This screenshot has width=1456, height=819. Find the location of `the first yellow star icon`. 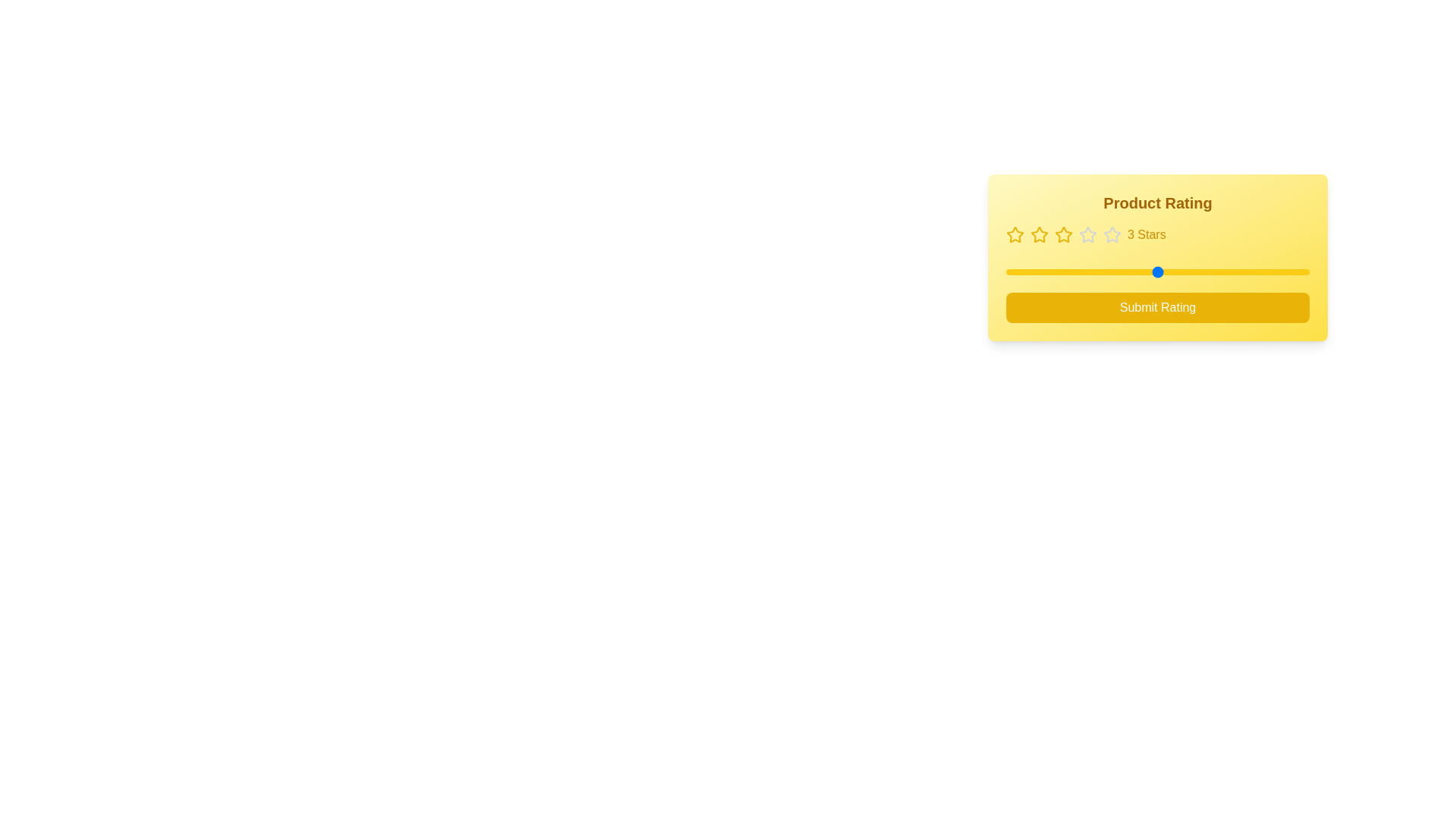

the first yellow star icon is located at coordinates (1015, 234).